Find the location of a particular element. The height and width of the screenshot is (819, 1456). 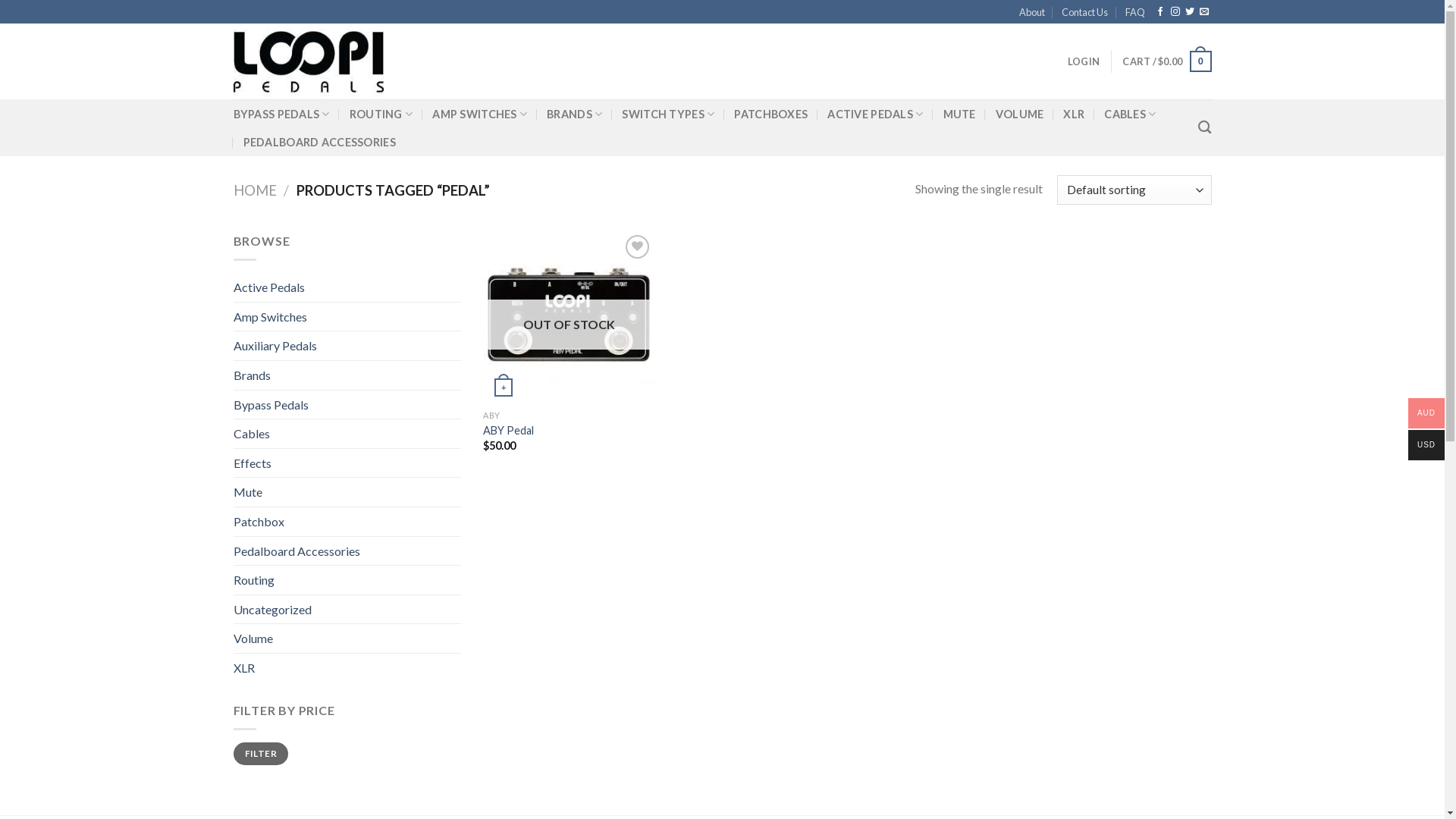

'Follow on Twitter' is located at coordinates (1185, 11).